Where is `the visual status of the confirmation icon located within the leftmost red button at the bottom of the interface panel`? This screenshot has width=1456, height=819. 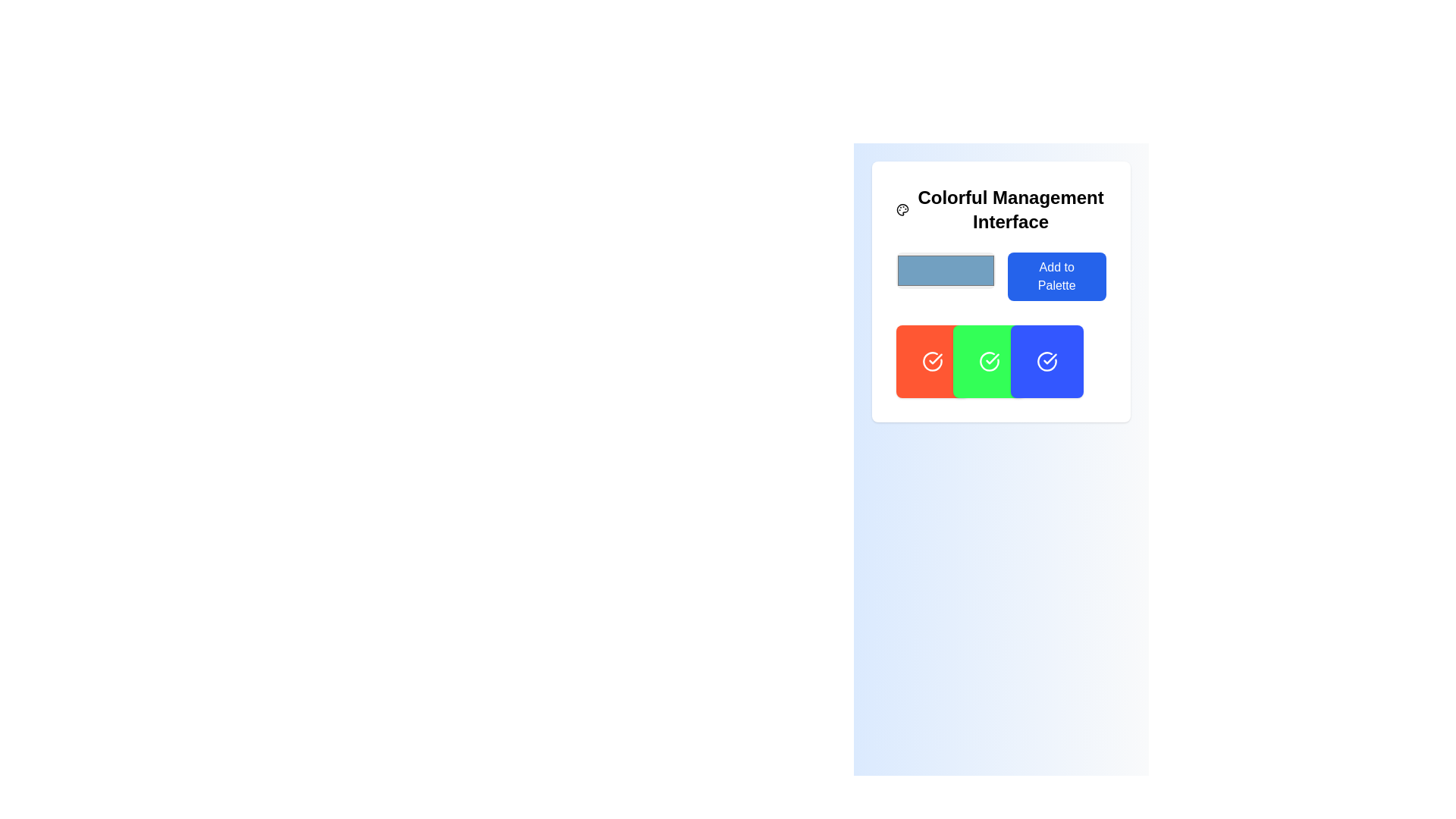
the visual status of the confirmation icon located within the leftmost red button at the bottom of the interface panel is located at coordinates (934, 359).